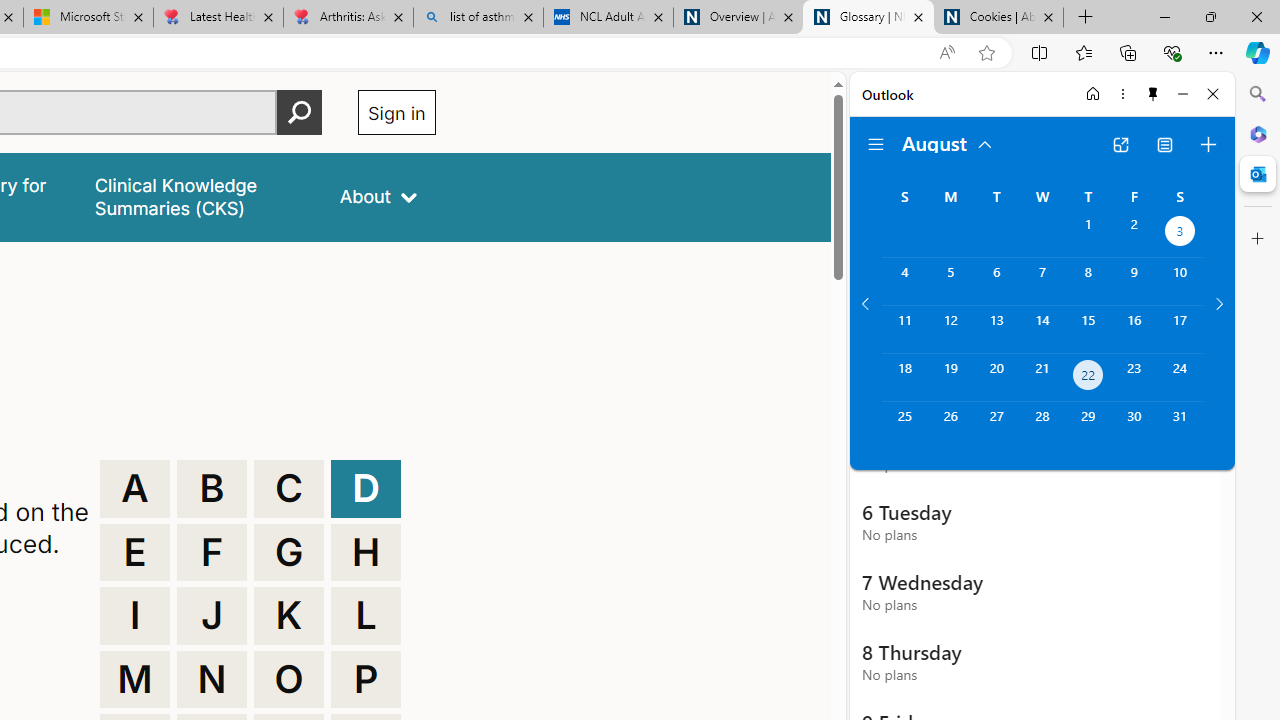  Describe the element at coordinates (945, 52) in the screenshot. I see `'Read aloud this page (Ctrl+Shift+U)'` at that location.